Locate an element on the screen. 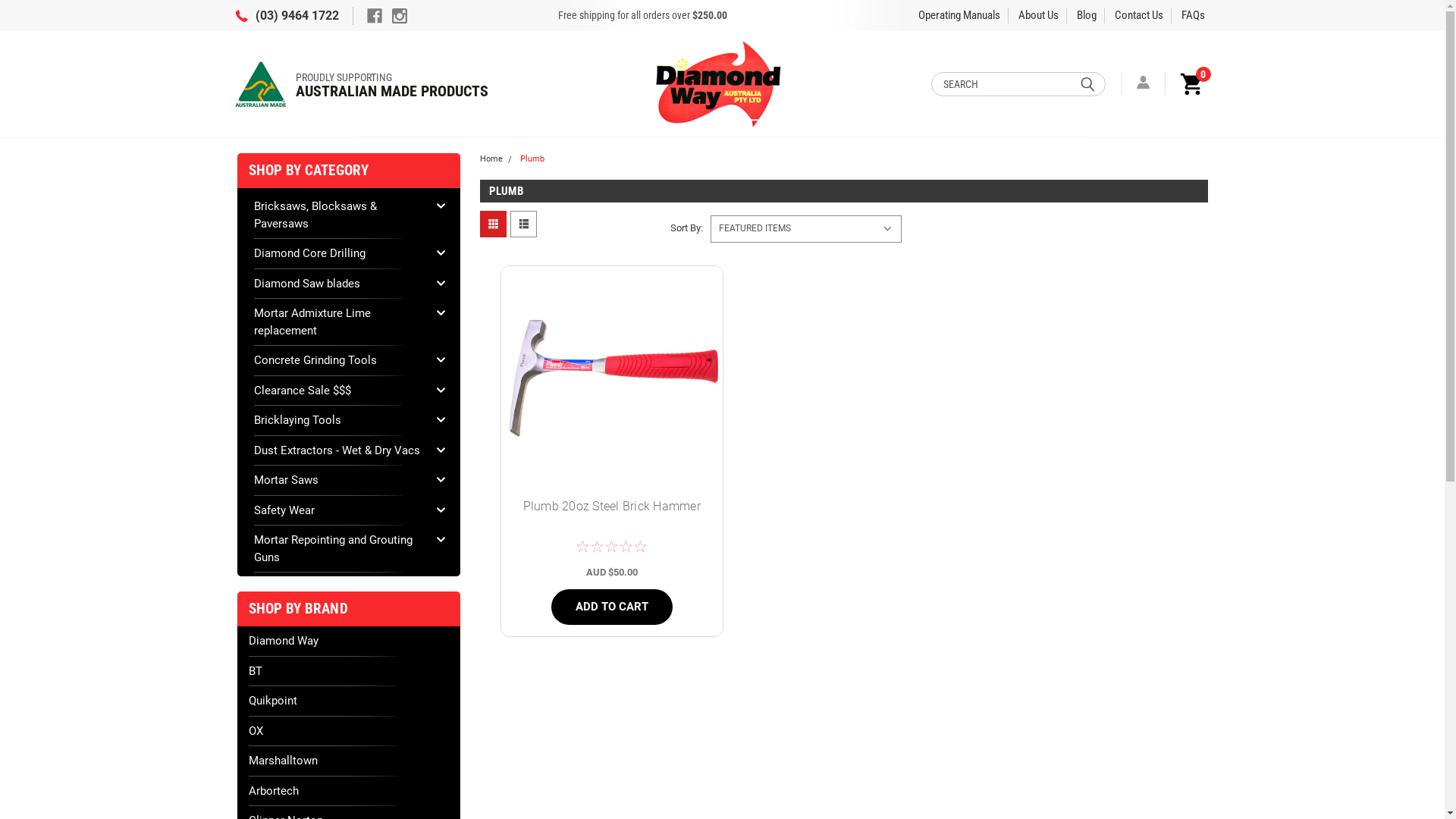 Image resolution: width=1456 pixels, height=819 pixels. 'Diamond Saw blades' is located at coordinates (253, 283).